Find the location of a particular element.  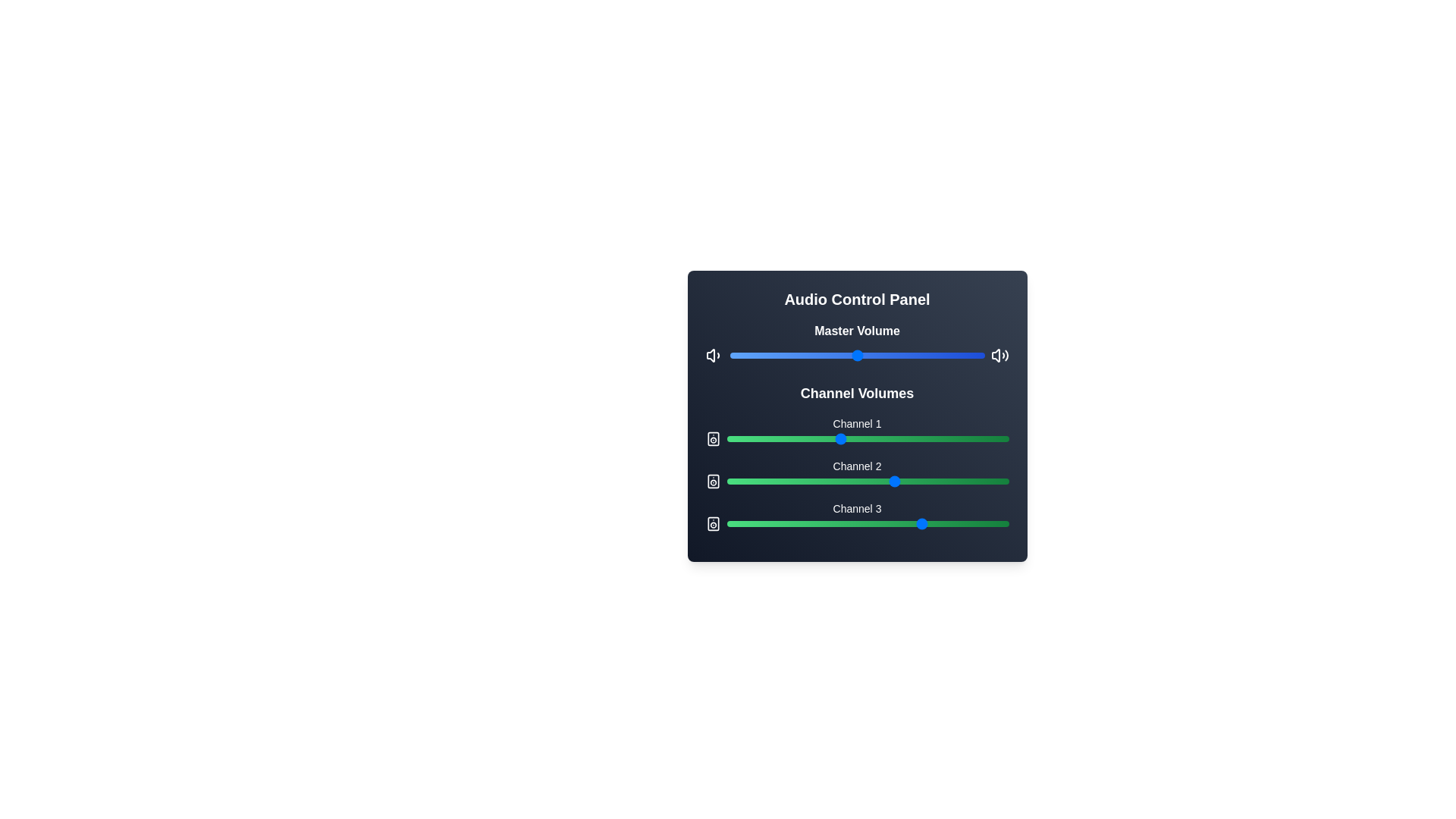

the master volume is located at coordinates (798, 356).